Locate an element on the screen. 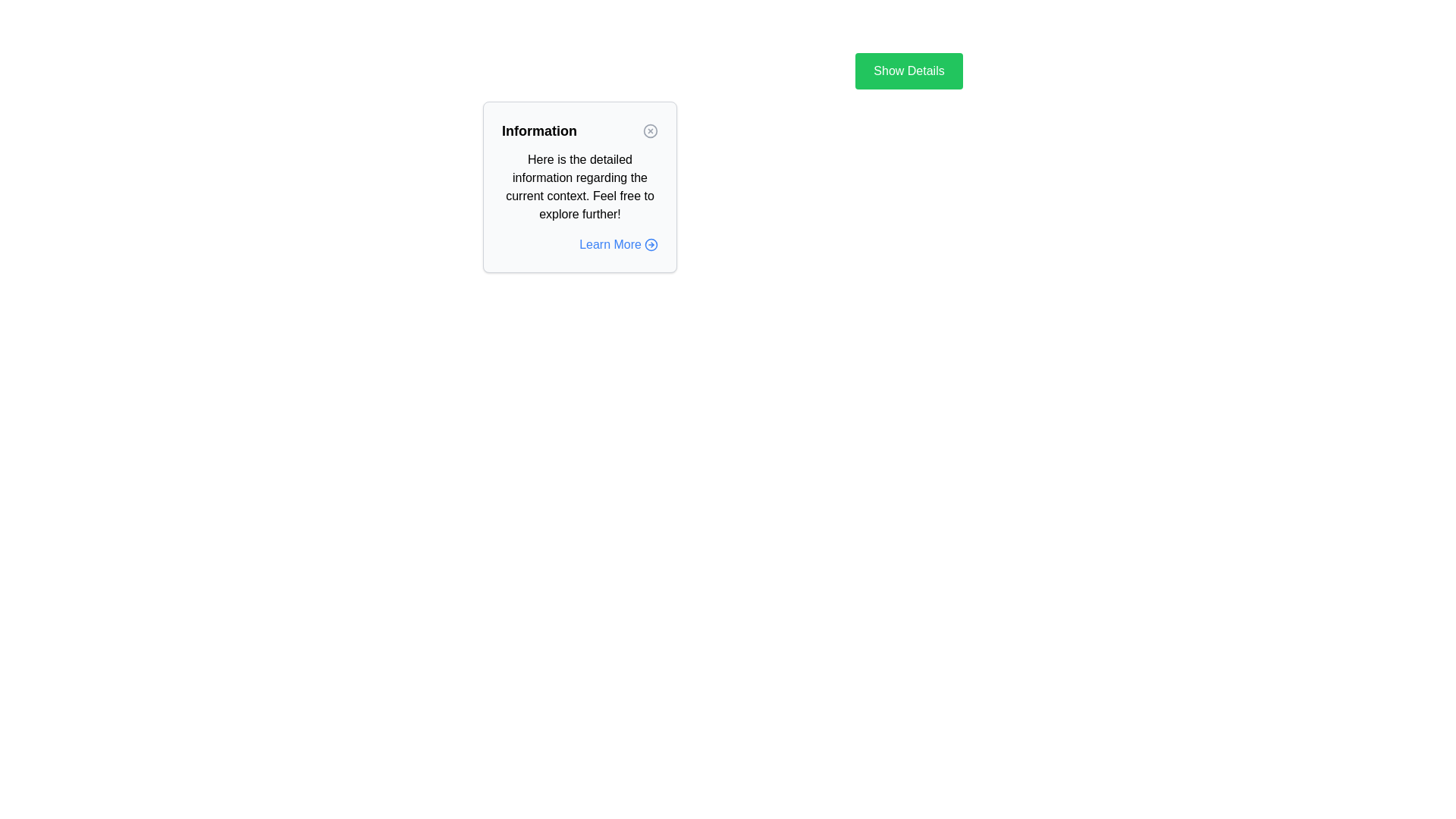 The image size is (1456, 819). the 'Learn More' hyperlink with a circular arrow icon is located at coordinates (619, 244).